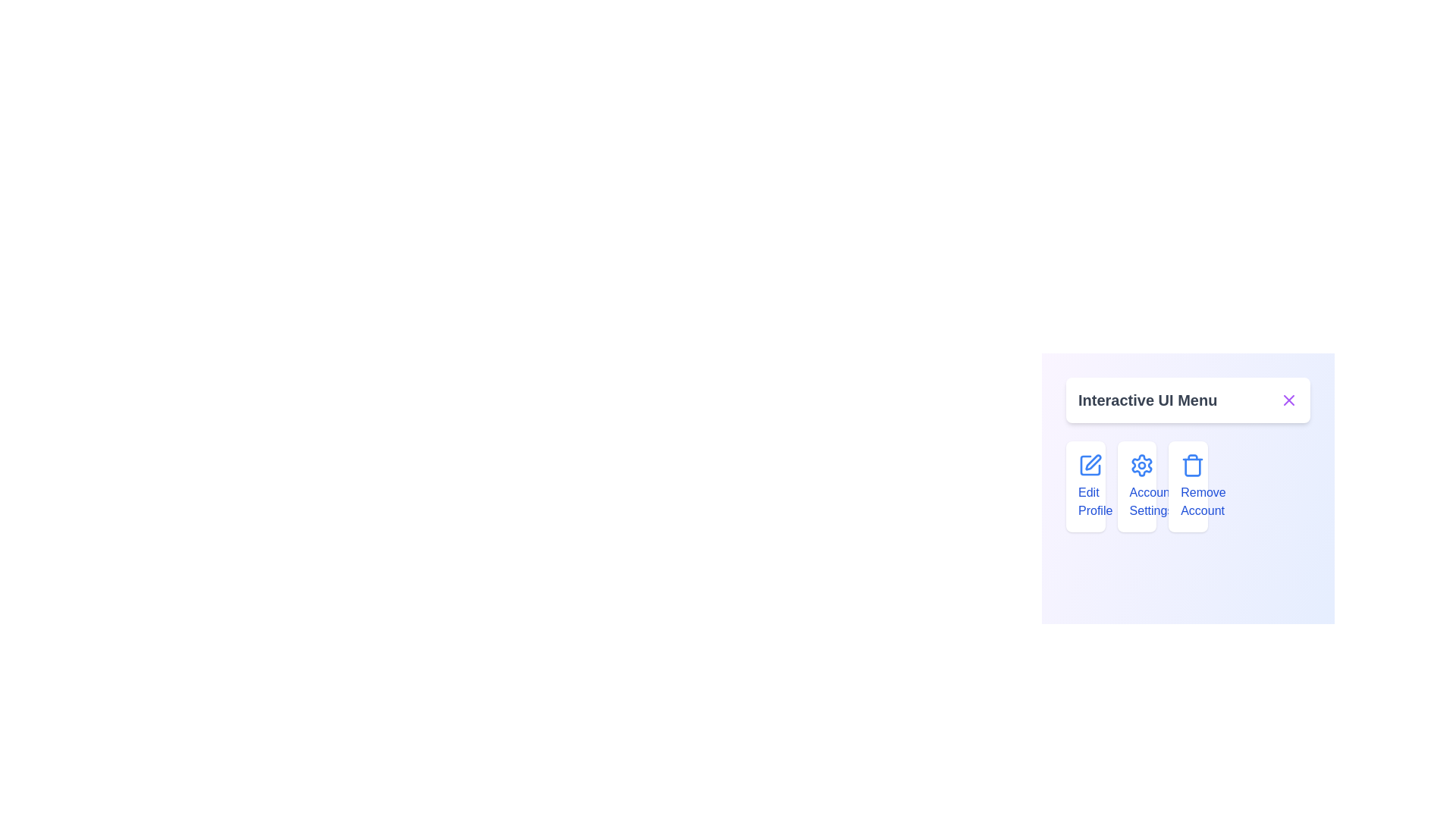 Image resolution: width=1456 pixels, height=819 pixels. I want to click on the 'Edit Profile' menu item, so click(1084, 486).